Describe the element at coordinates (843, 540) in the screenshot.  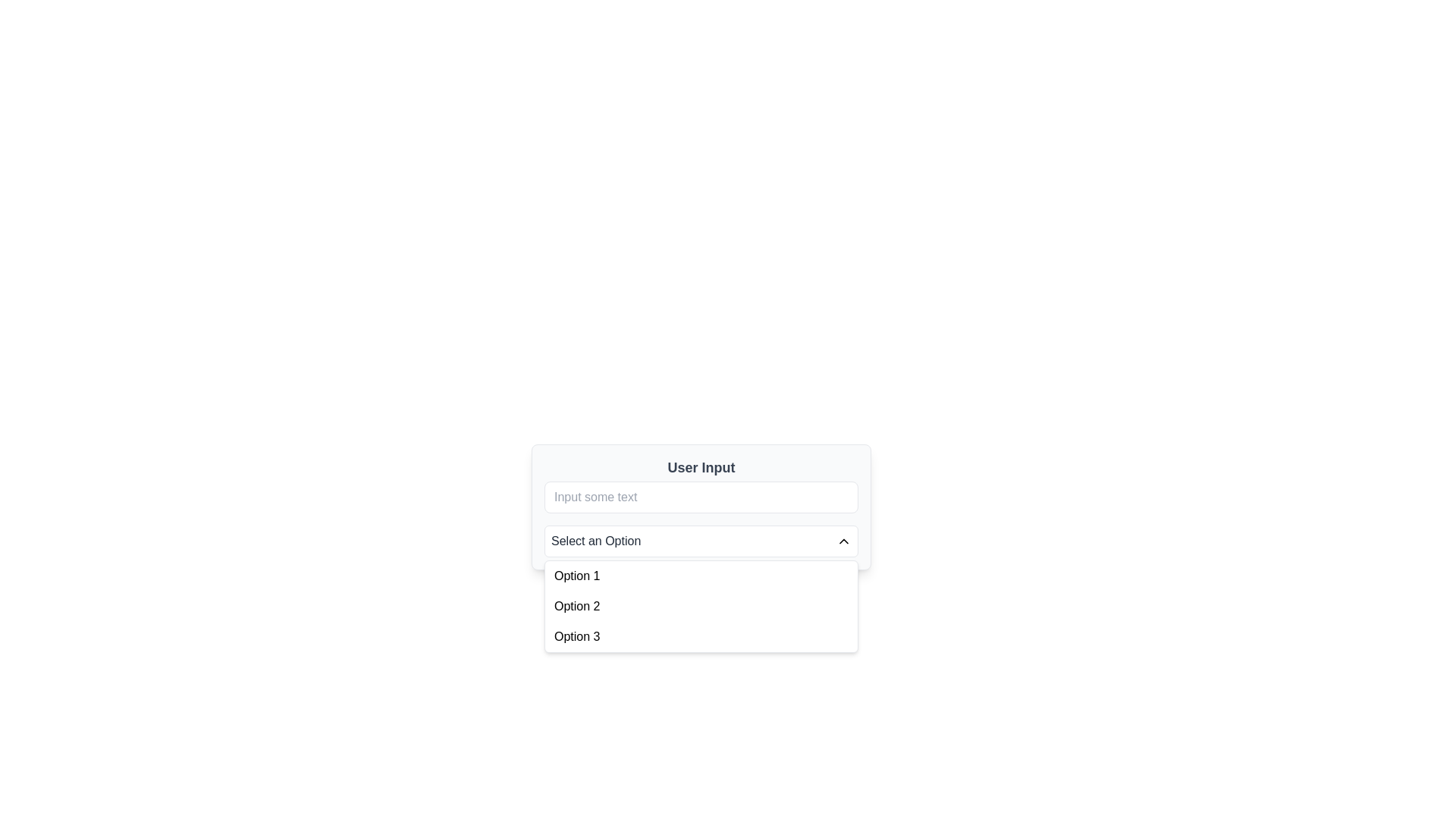
I see `the chevron-up icon next to the 'Select an Option' label` at that location.